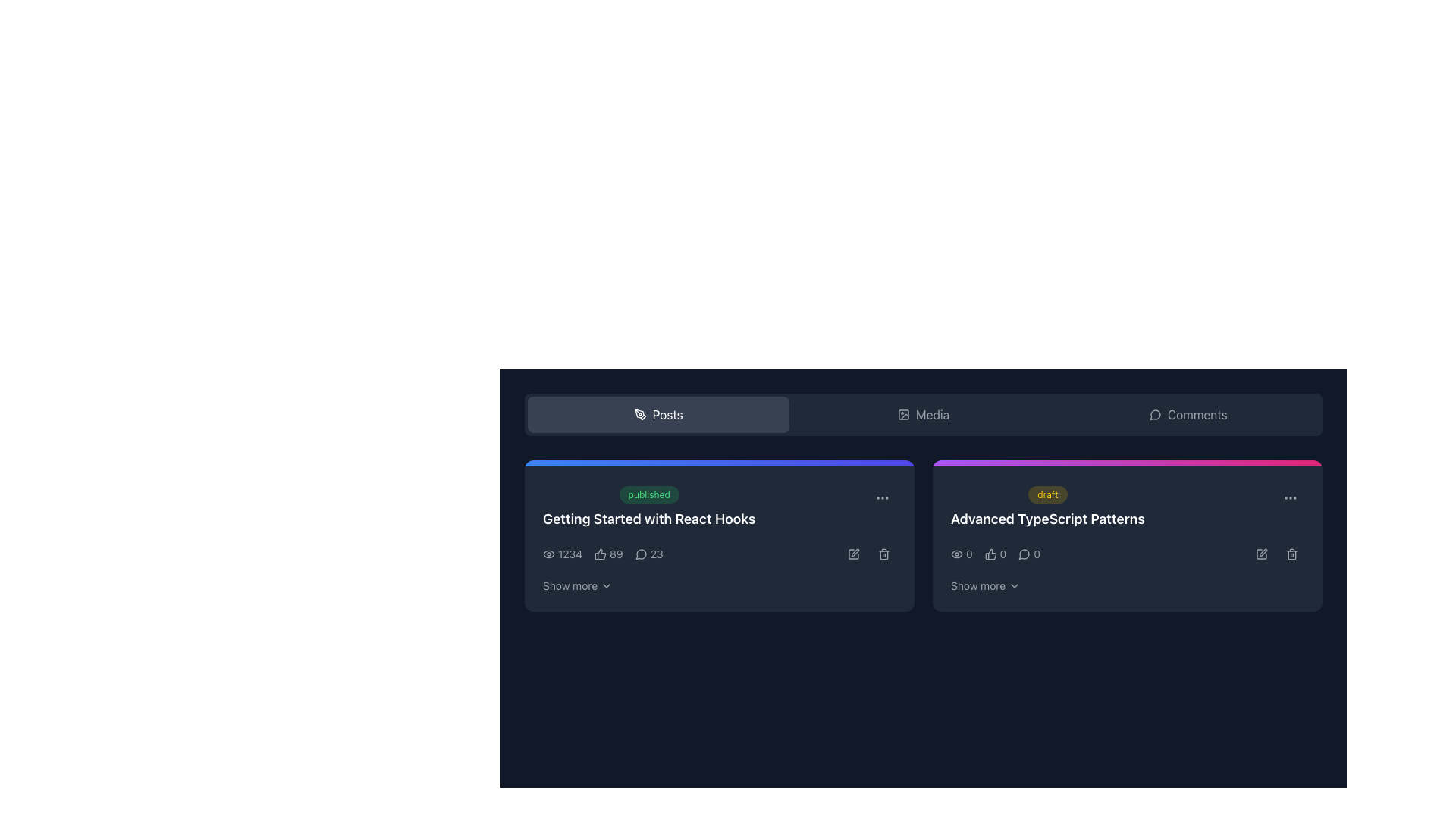  Describe the element at coordinates (1046, 494) in the screenshot. I see `the rounded rectangular badge displaying the yellow 'draft' text, which indicates a draft status` at that location.